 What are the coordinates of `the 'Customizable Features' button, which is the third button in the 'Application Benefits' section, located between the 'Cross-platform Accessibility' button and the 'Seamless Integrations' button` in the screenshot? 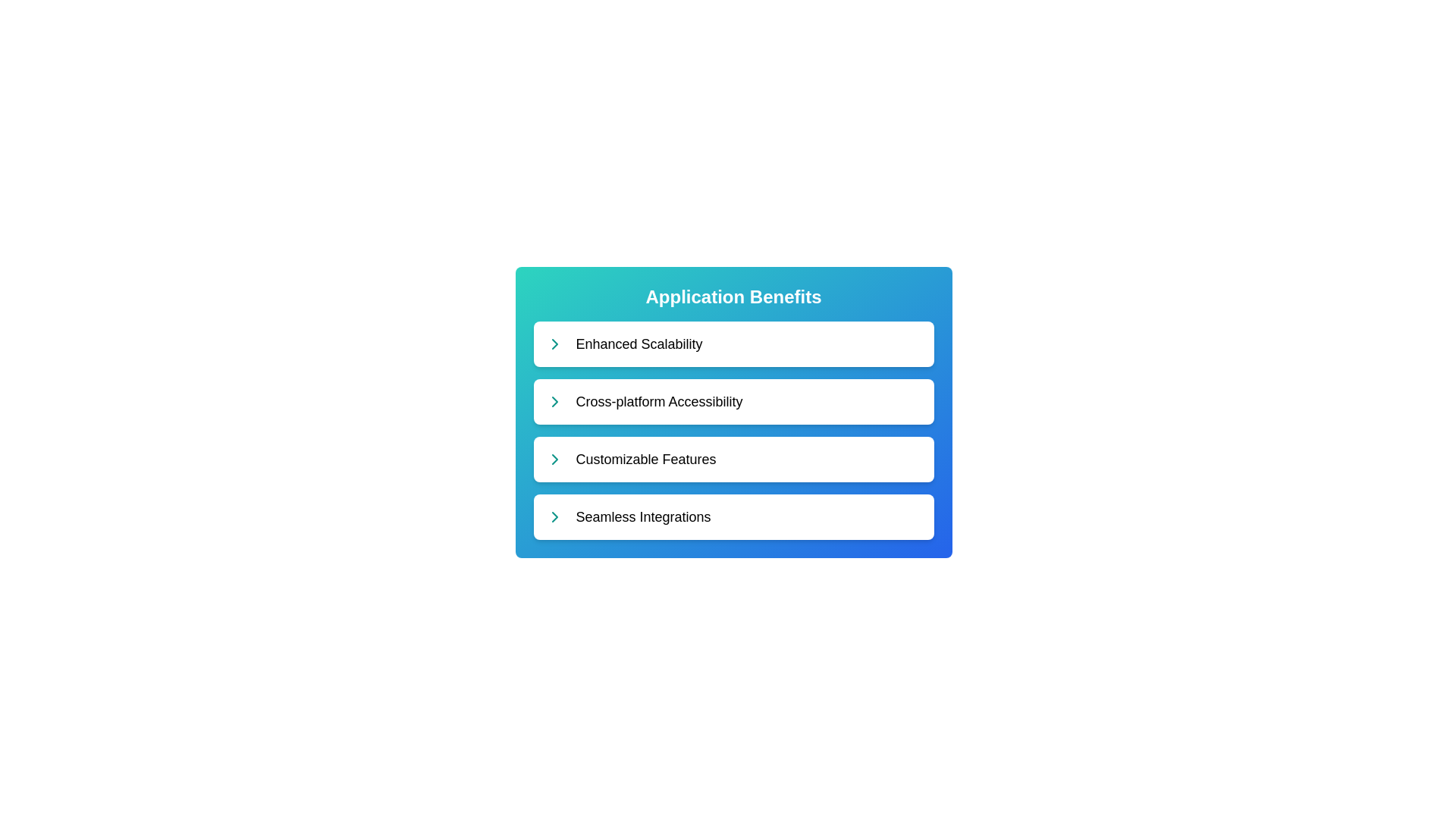 It's located at (733, 458).